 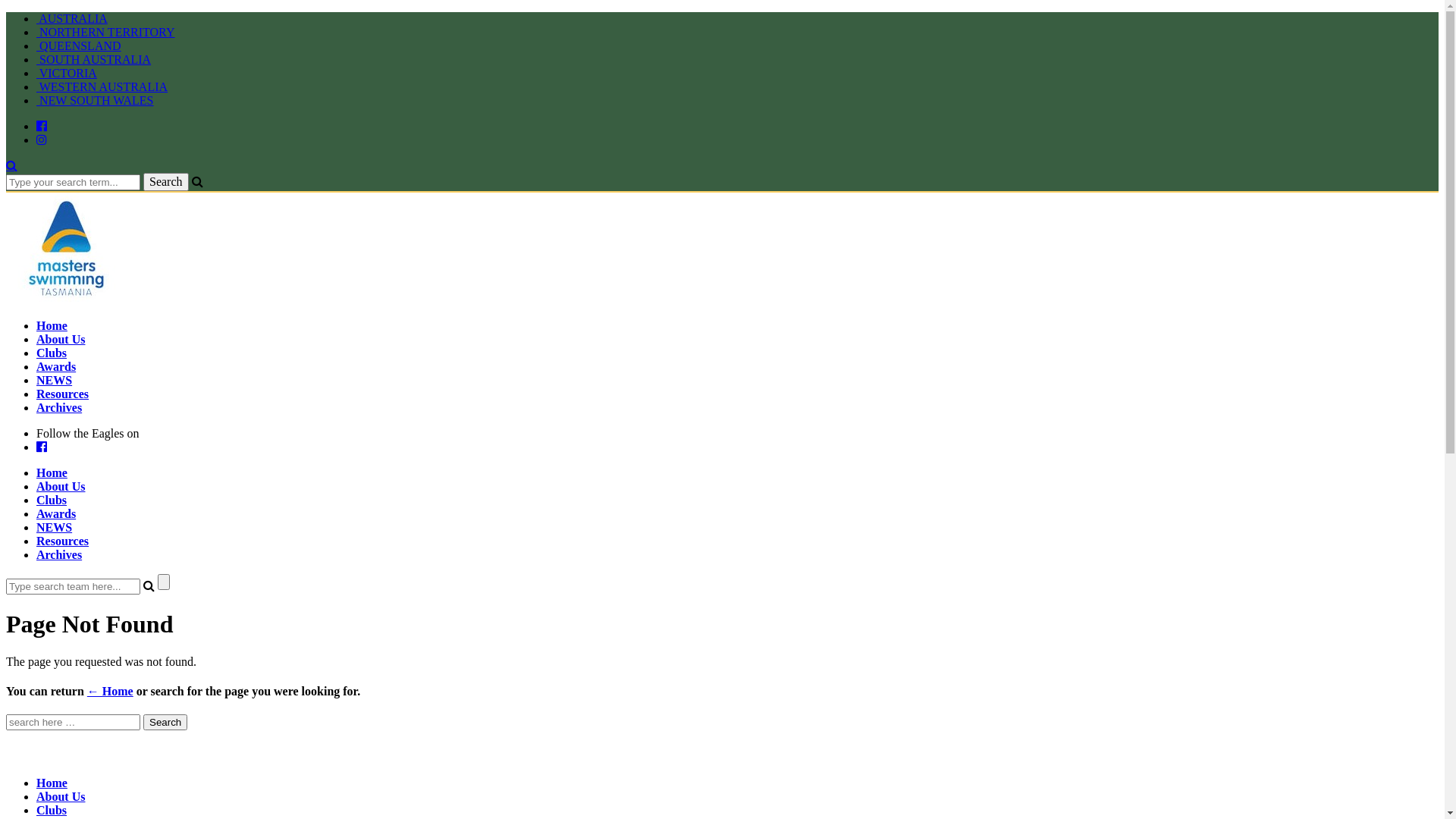 What do you see at coordinates (78, 45) in the screenshot?
I see `'QUEENSLAND'` at bounding box center [78, 45].